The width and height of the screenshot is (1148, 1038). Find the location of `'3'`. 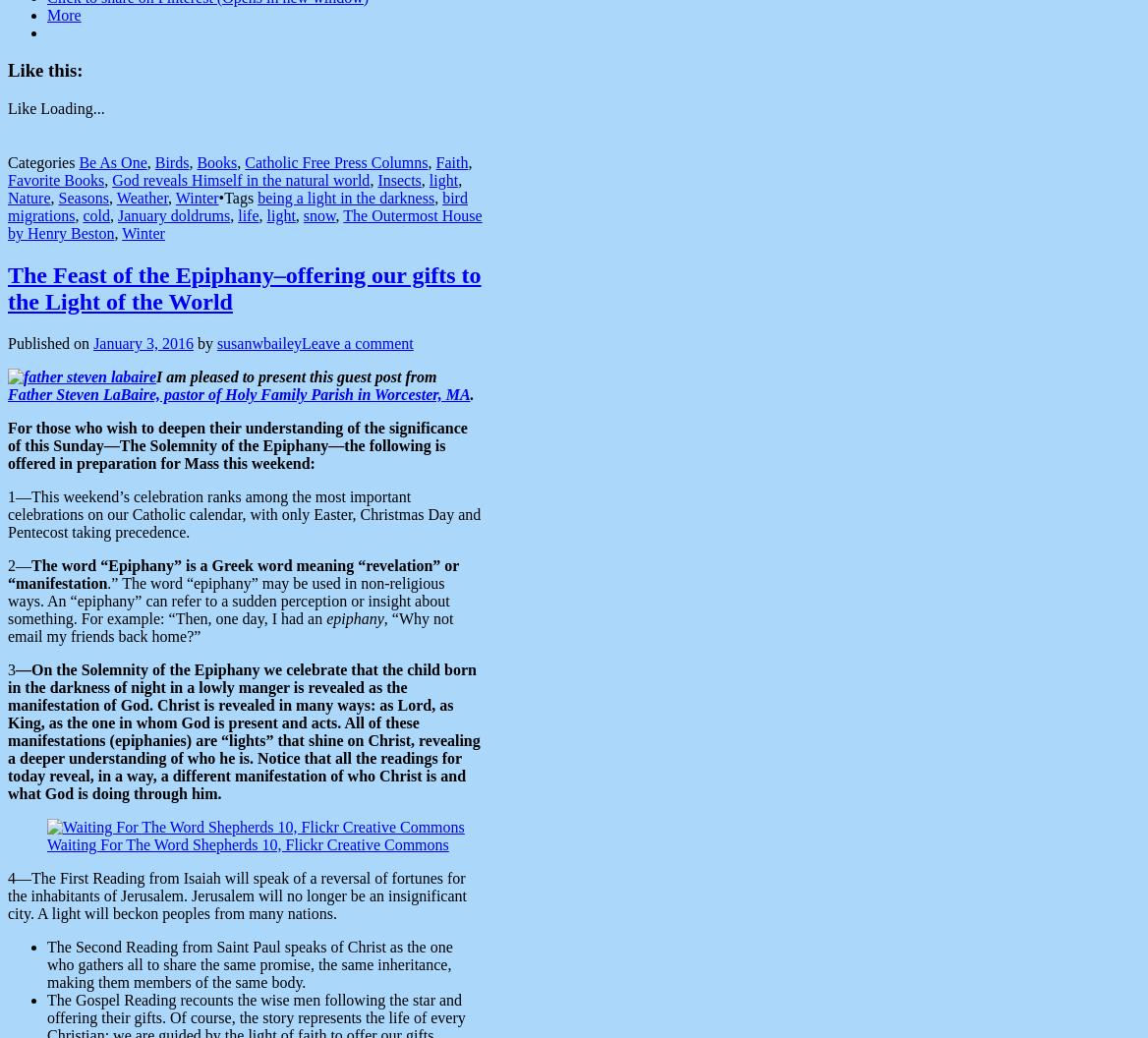

'3' is located at coordinates (12, 668).